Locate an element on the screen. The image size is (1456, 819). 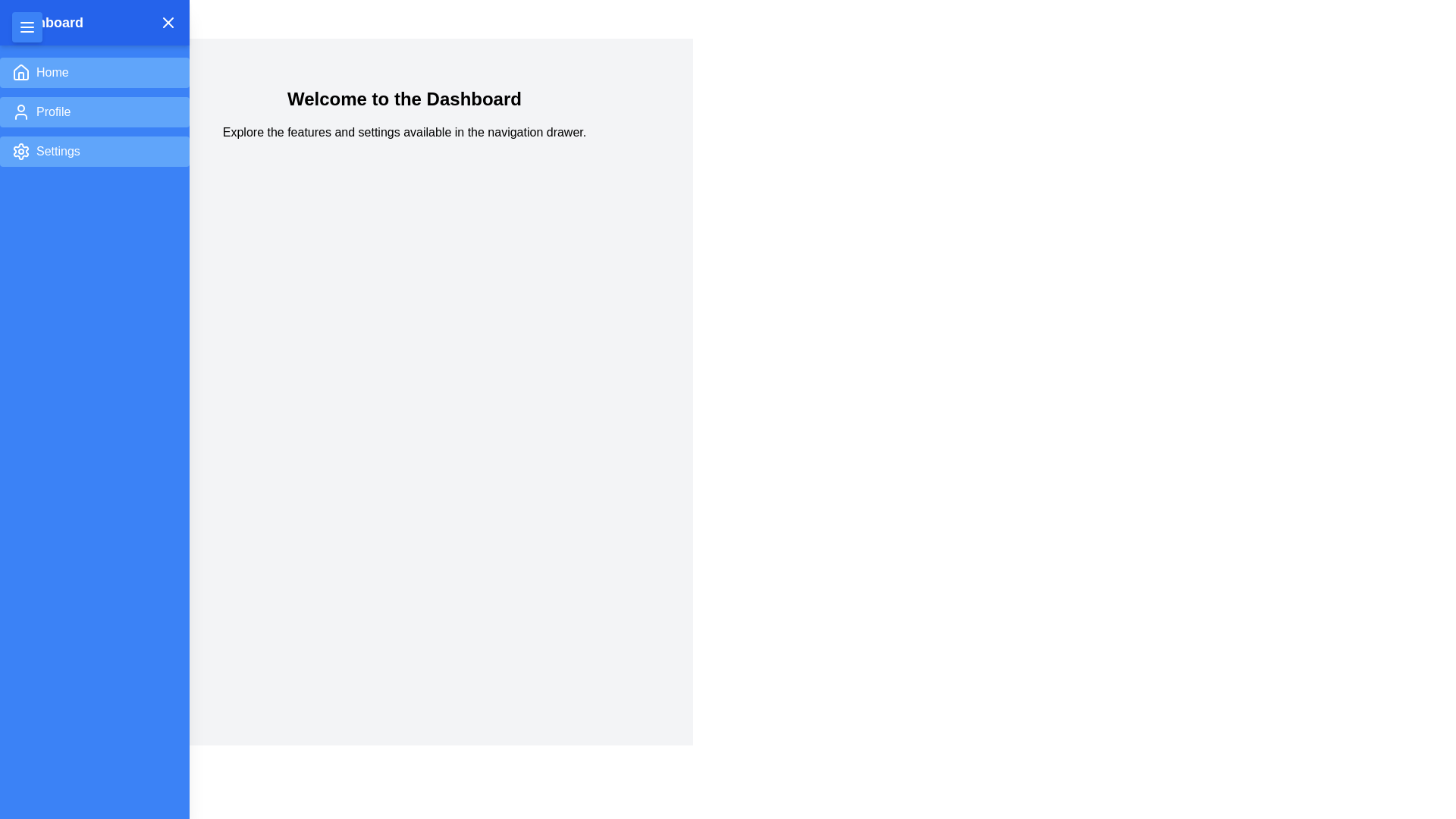
the settings icon located is located at coordinates (21, 152).